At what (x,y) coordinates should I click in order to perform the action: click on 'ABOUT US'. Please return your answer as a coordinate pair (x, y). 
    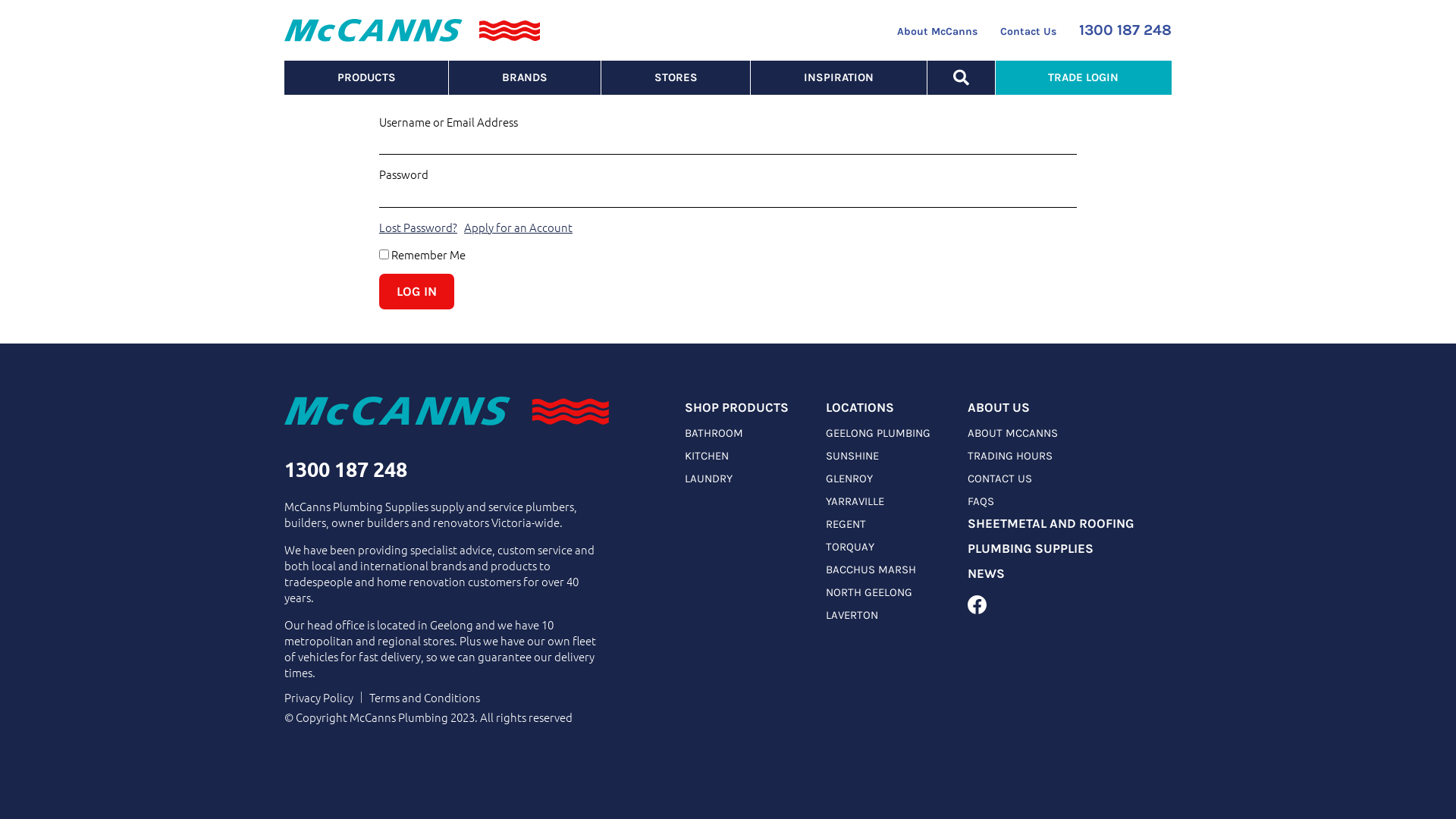
    Looking at the image, I should click on (998, 406).